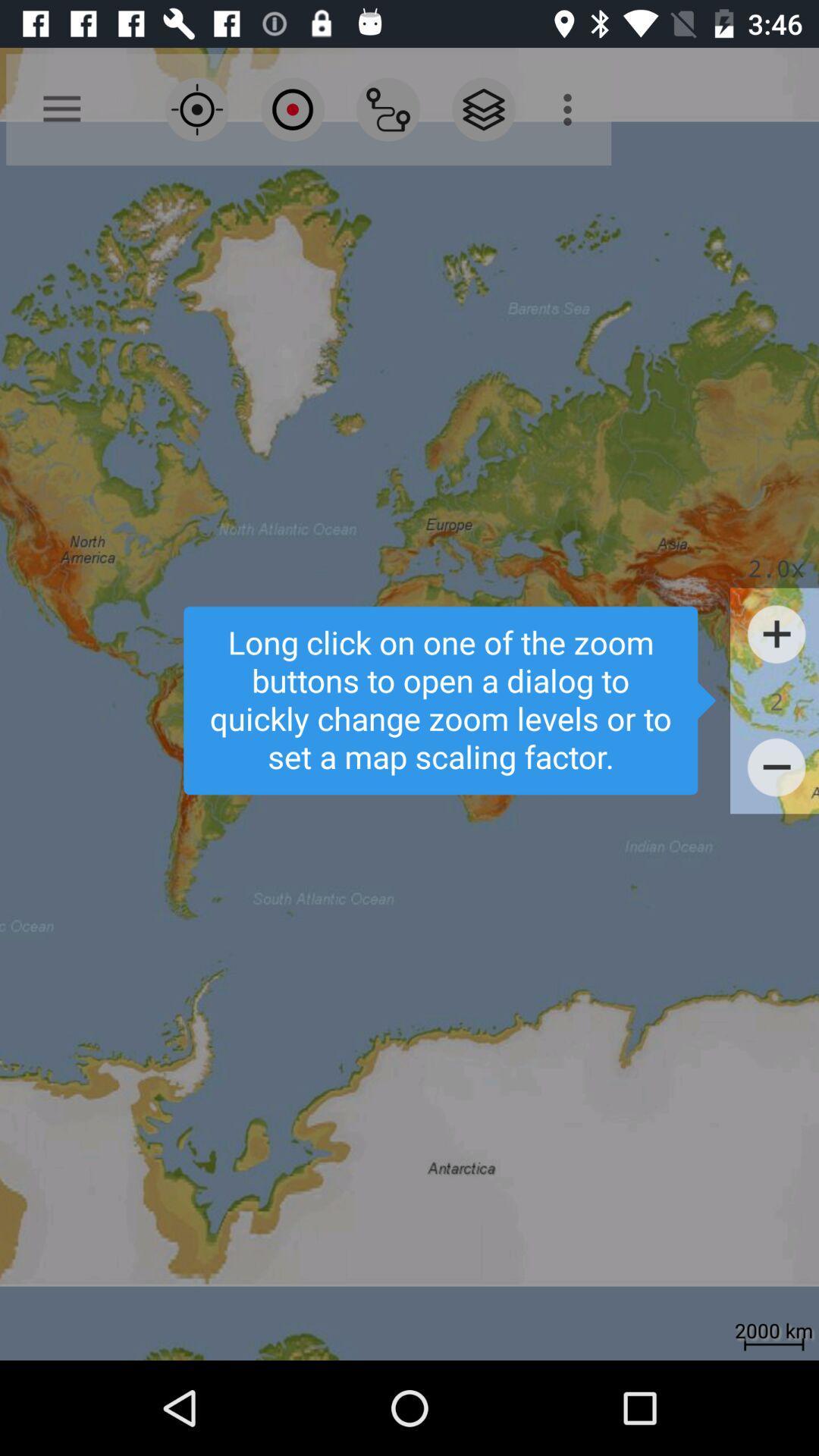 Image resolution: width=819 pixels, height=1456 pixels. Describe the element at coordinates (196, 108) in the screenshot. I see `the current location icon` at that location.